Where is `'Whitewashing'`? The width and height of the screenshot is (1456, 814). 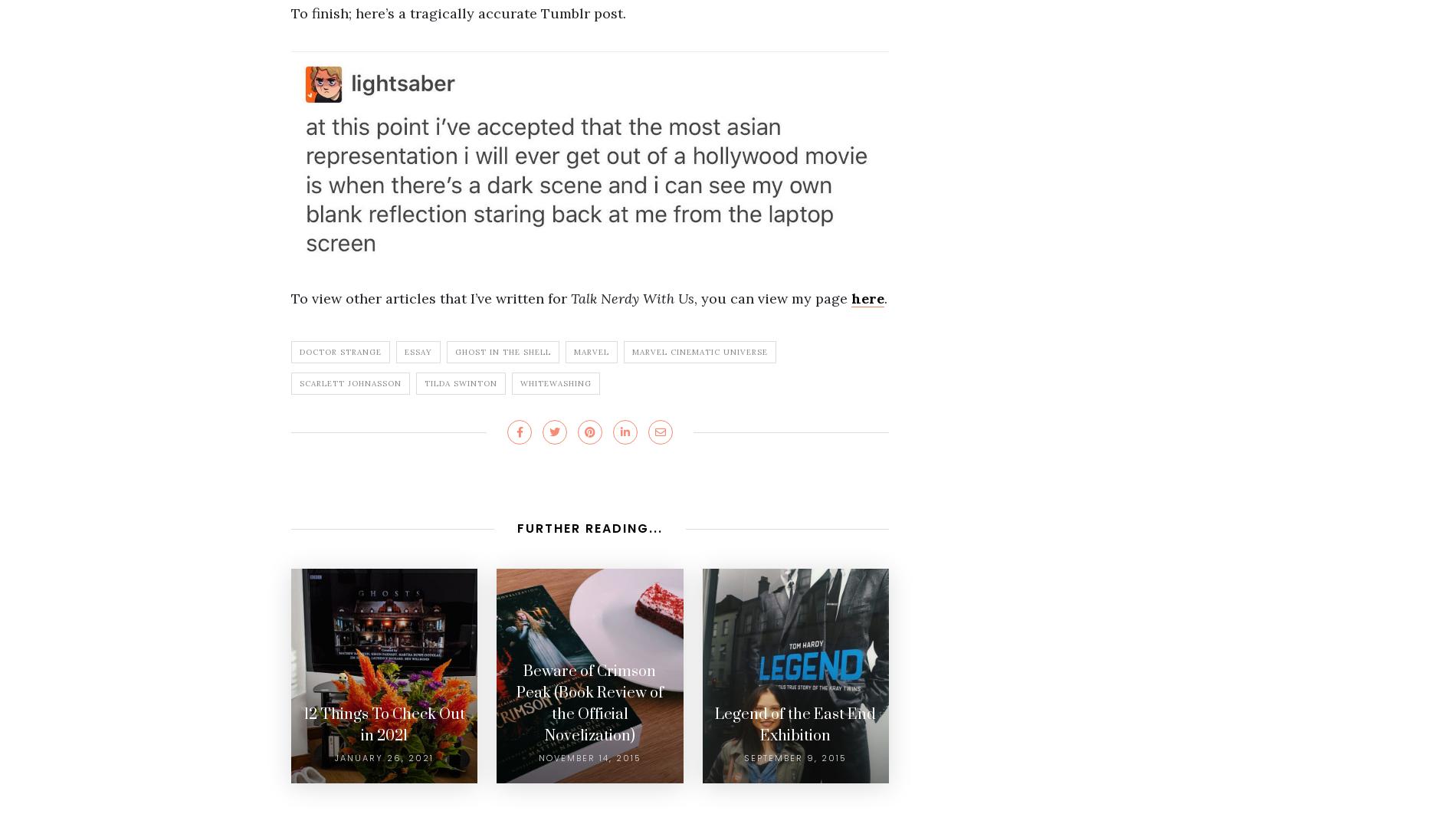 'Whitewashing' is located at coordinates (555, 382).